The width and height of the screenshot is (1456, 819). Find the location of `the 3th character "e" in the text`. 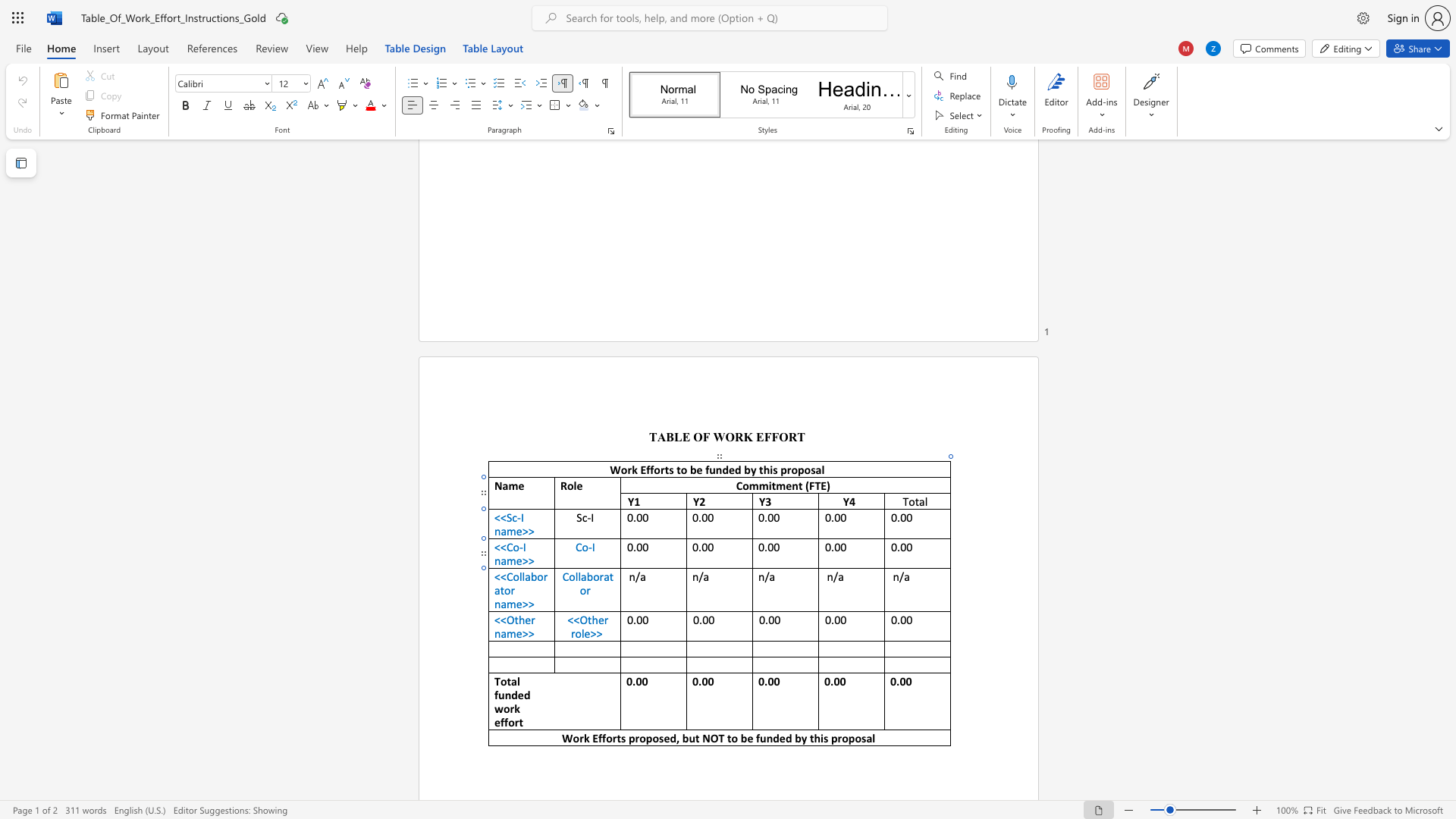

the 3th character "e" in the text is located at coordinates (782, 737).